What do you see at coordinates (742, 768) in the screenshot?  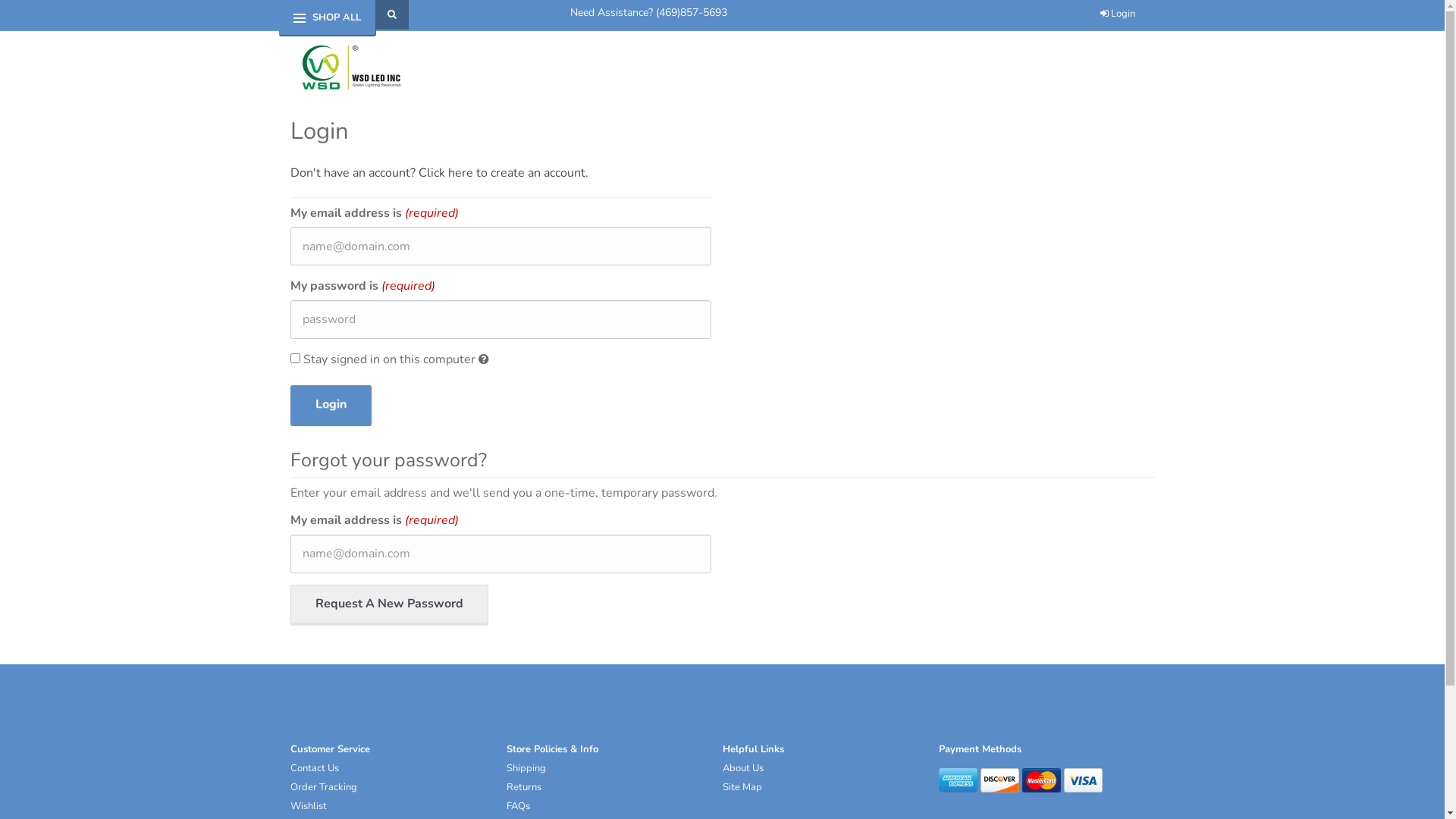 I see `'About Us'` at bounding box center [742, 768].